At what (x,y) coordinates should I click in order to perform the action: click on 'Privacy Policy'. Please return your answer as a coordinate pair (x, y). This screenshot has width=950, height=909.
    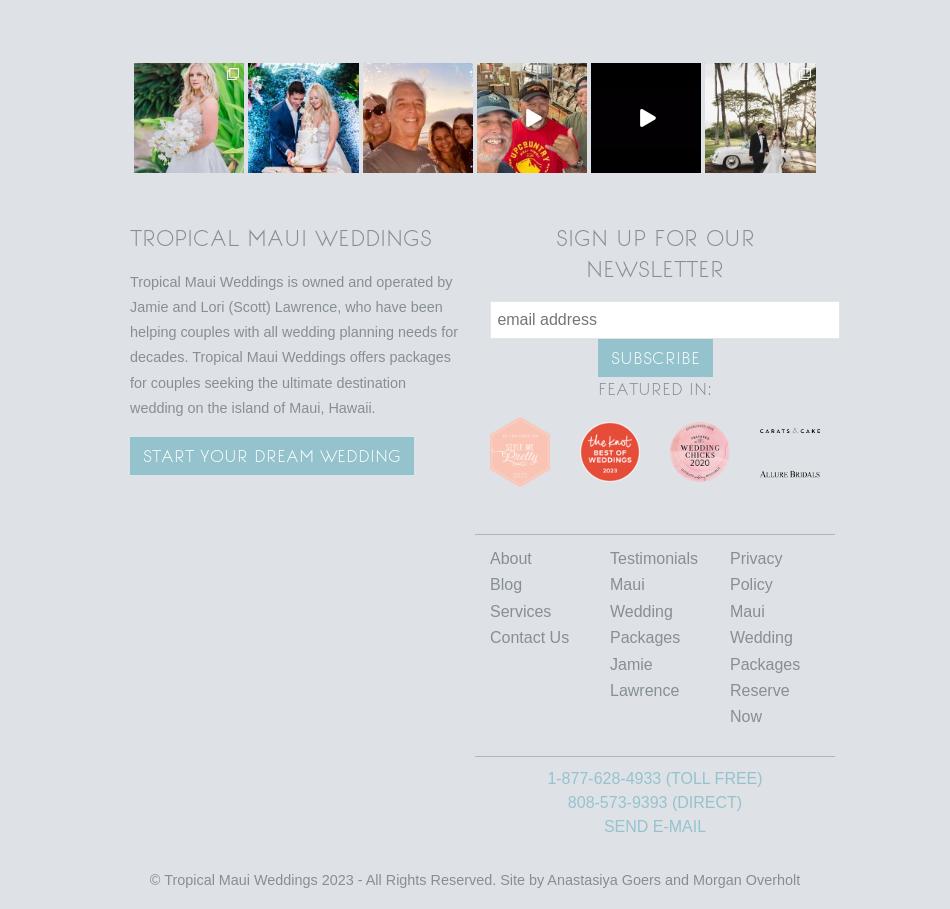
    Looking at the image, I should click on (728, 570).